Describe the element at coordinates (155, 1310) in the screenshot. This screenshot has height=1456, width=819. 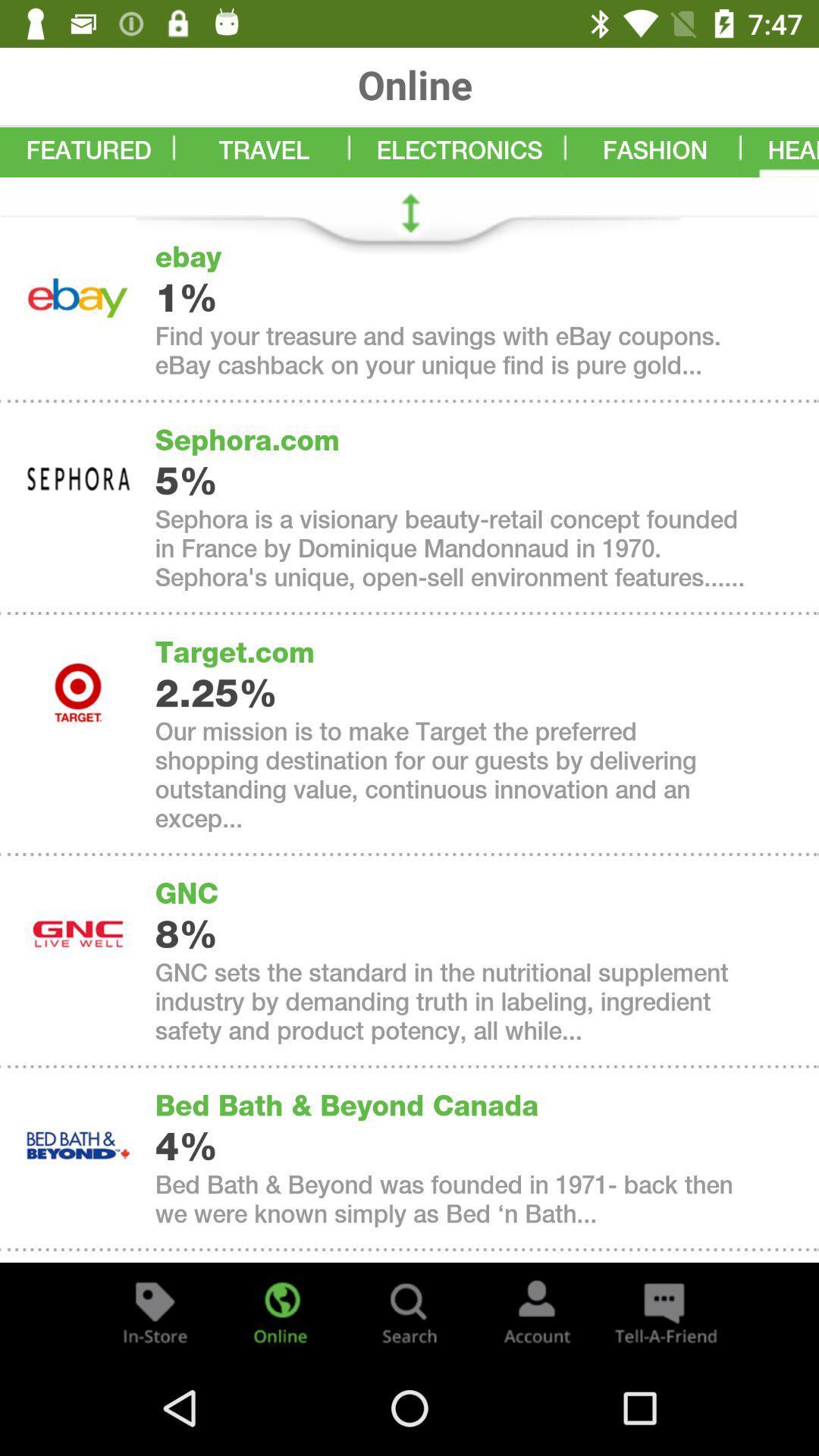
I see `the label icon` at that location.